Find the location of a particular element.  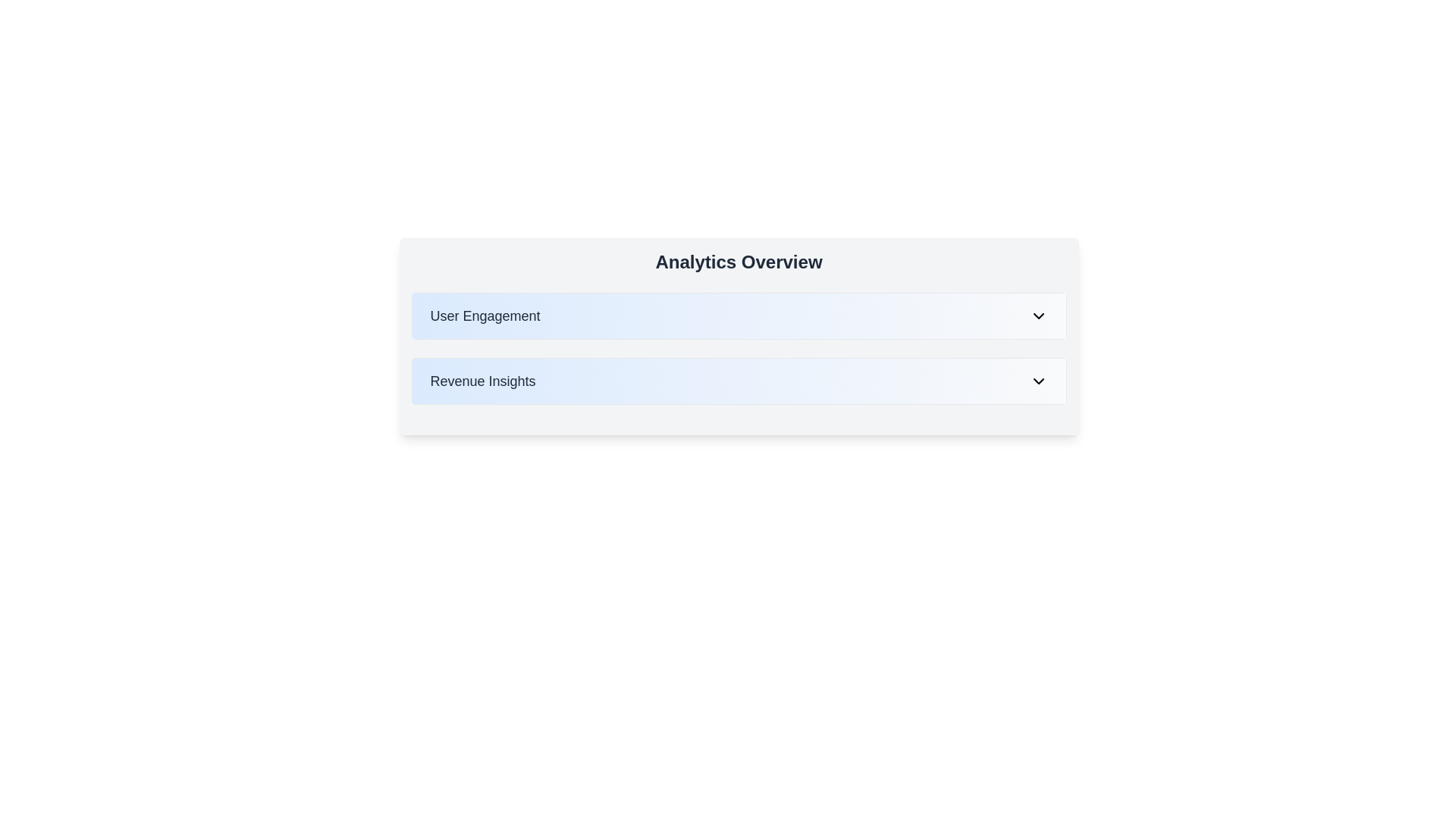

the Chevron Down icon located at the far-right of the 'Revenue Insights' section is located at coordinates (1037, 380).